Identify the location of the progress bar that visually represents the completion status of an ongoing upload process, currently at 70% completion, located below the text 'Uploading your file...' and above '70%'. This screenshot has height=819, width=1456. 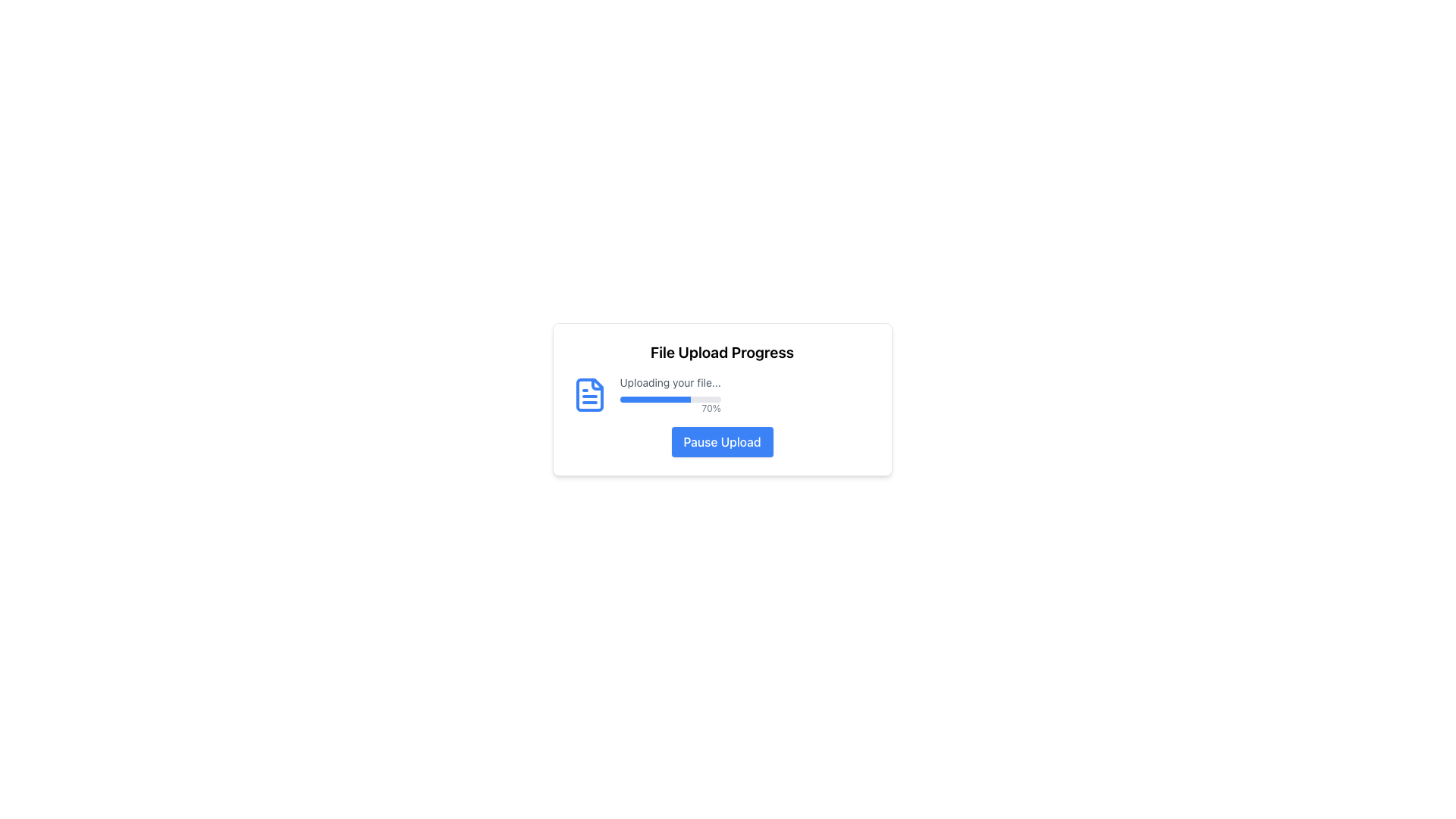
(670, 399).